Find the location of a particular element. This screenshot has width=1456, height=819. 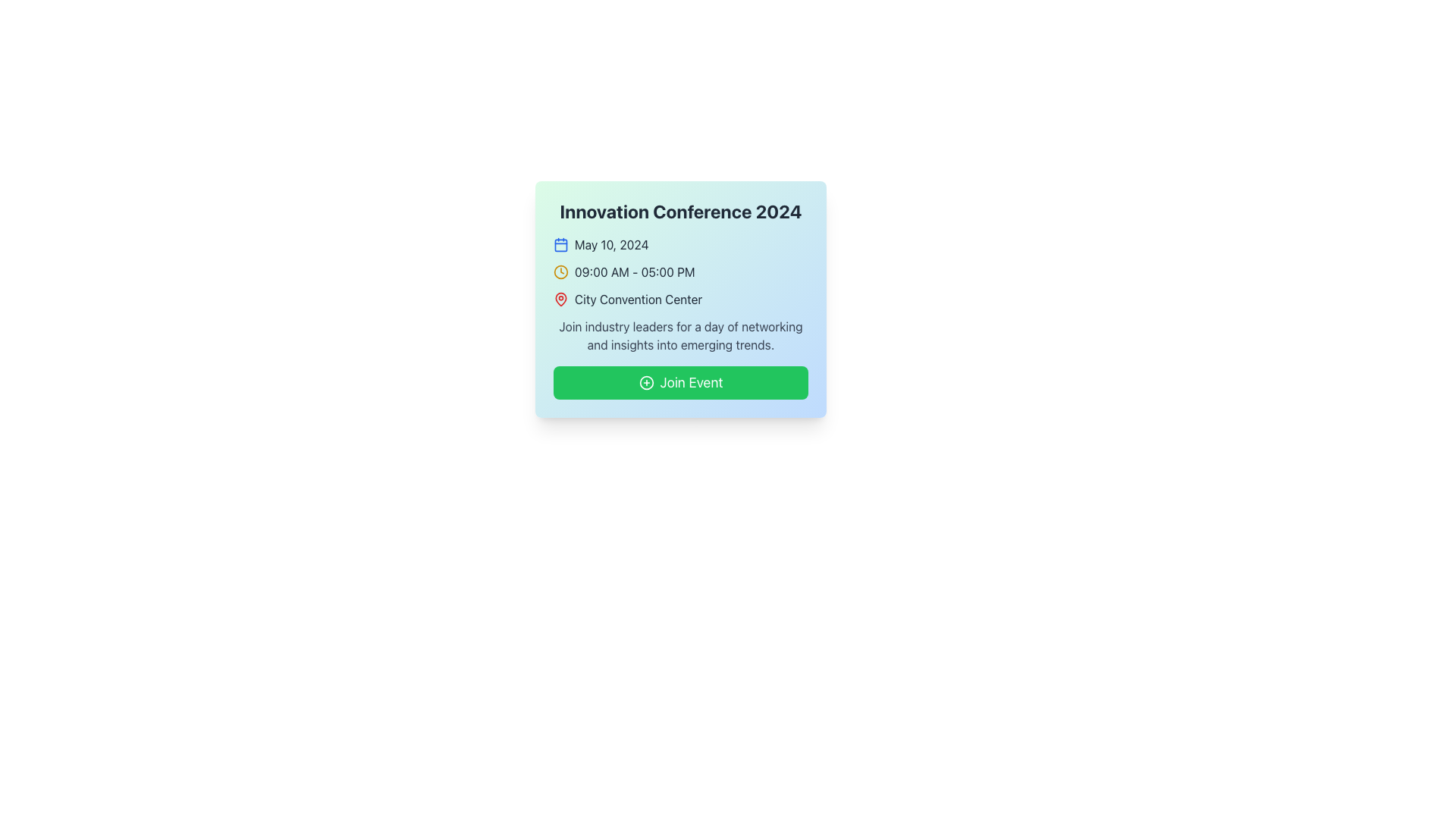

the icon that marks the location associated with 'City Convention Center' is located at coordinates (560, 299).